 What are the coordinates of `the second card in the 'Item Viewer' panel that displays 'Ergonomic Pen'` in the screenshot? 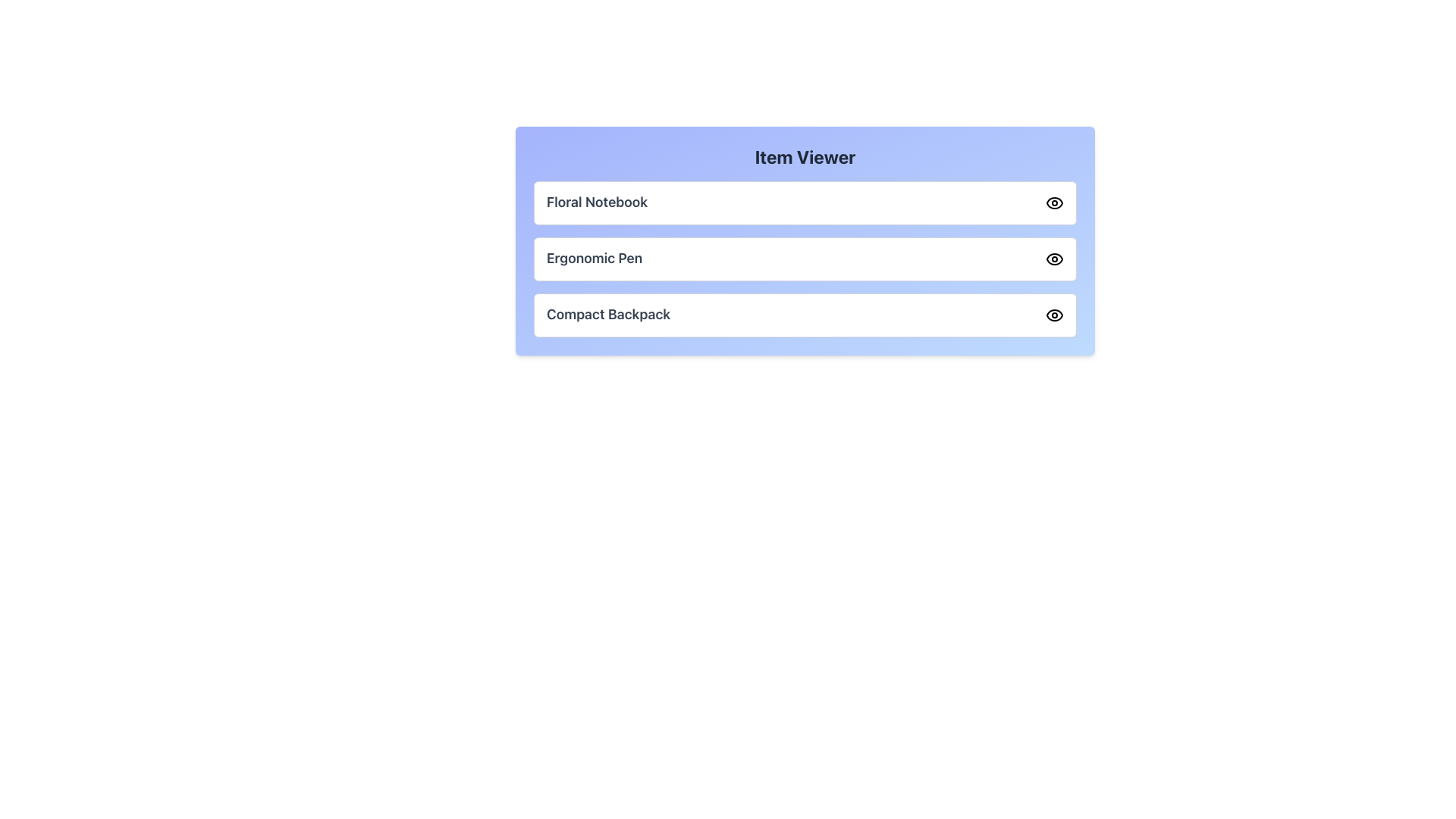 It's located at (804, 240).